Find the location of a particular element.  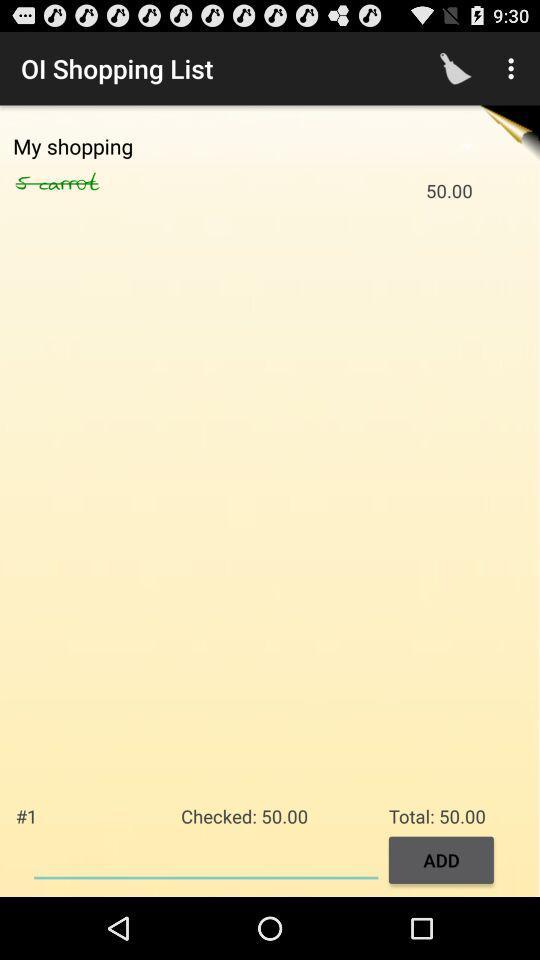

the carrot  app is located at coordinates (90, 183).